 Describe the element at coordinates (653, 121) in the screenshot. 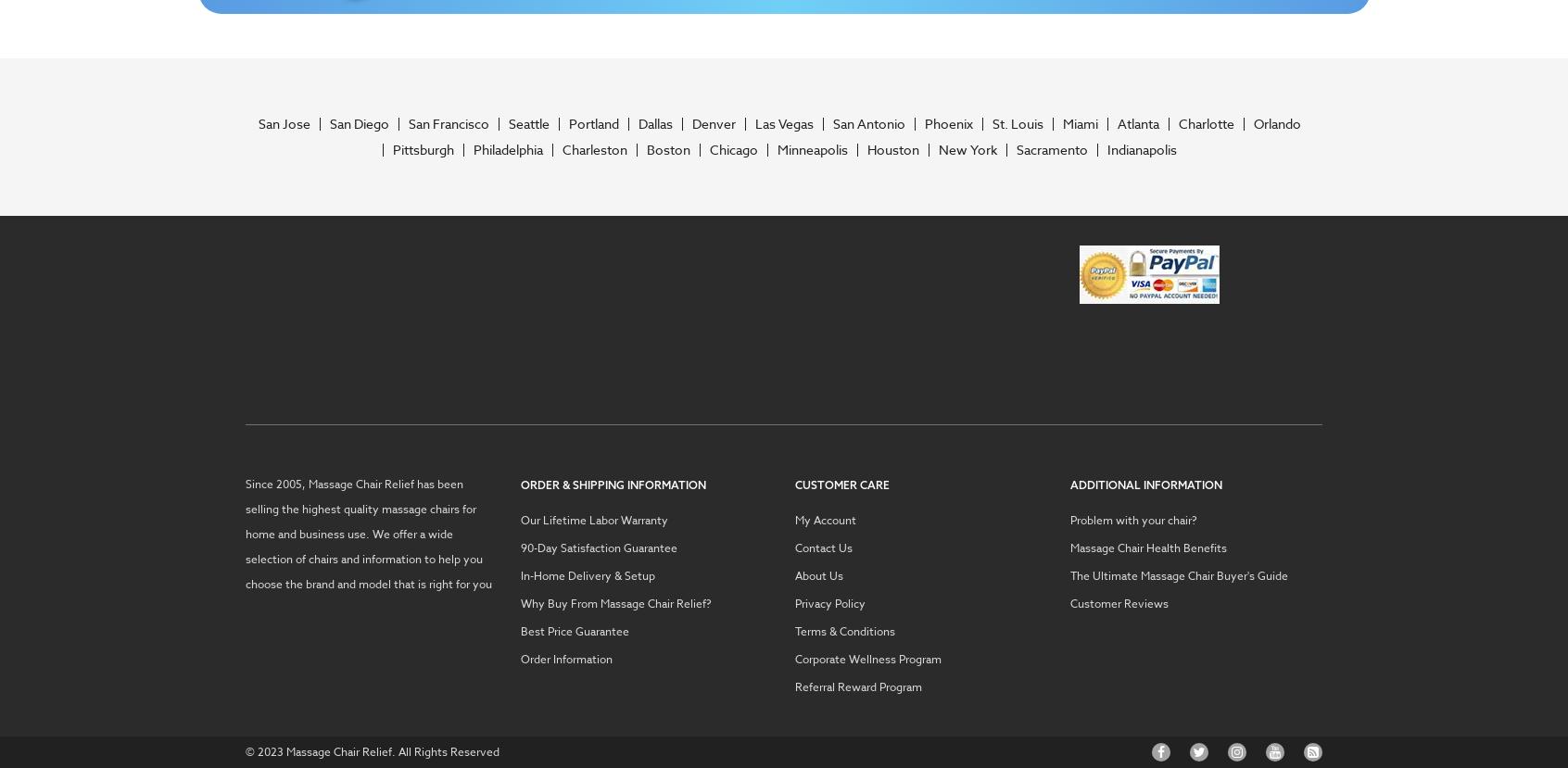

I see `'Dallas'` at that location.